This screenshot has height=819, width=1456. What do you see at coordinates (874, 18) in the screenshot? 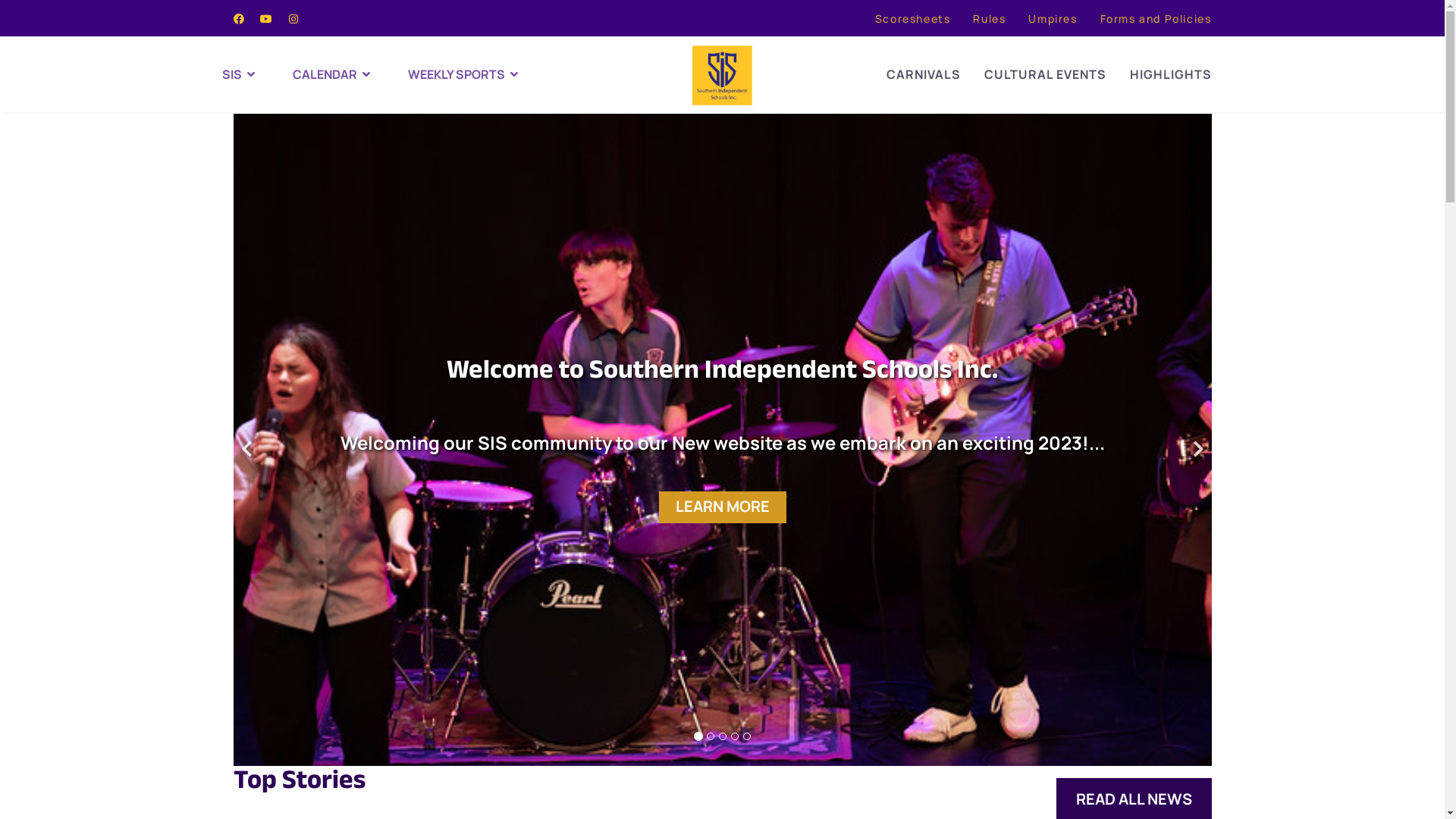
I see `'Scoresheets'` at bounding box center [874, 18].